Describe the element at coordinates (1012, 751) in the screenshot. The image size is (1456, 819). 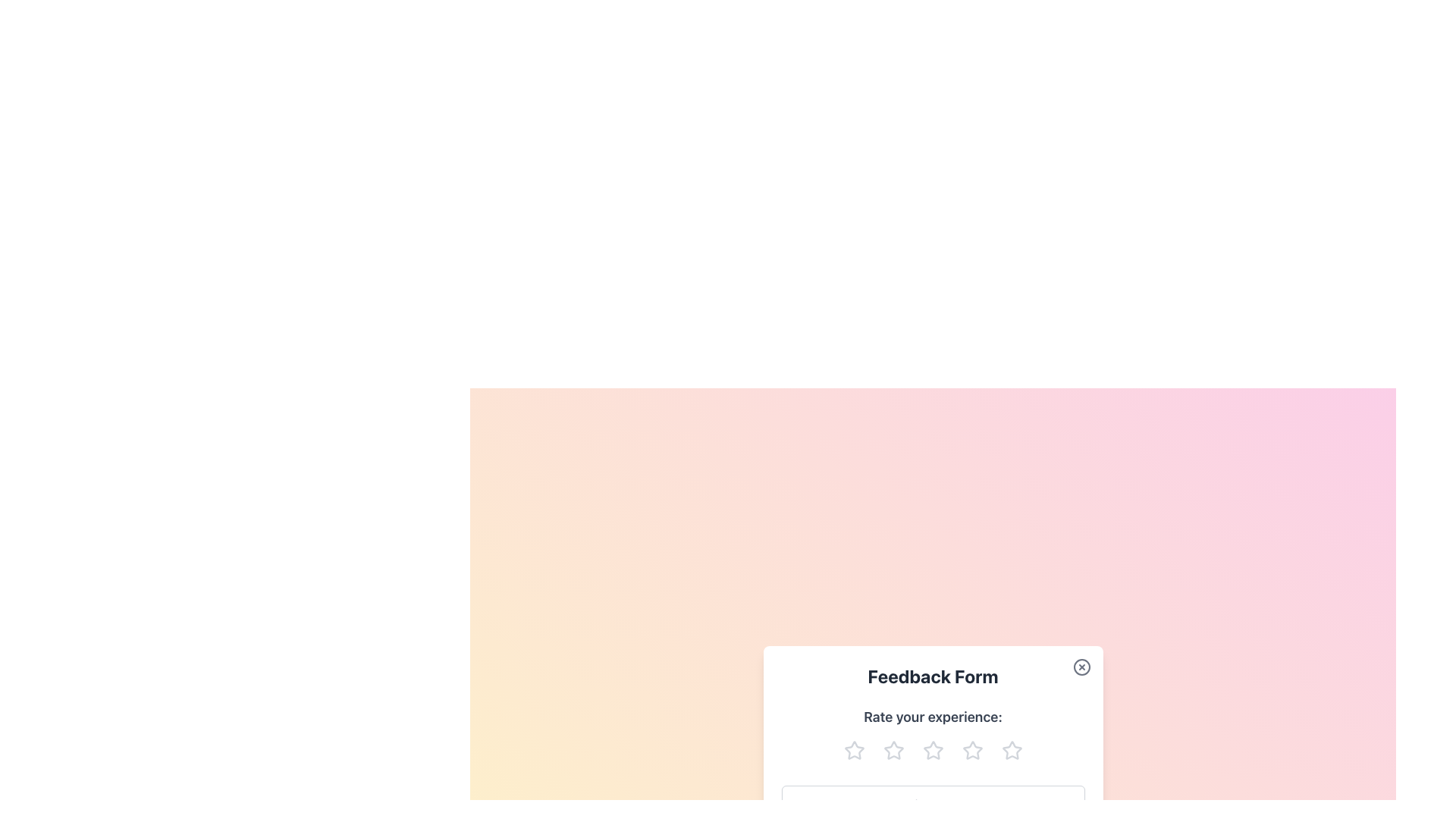
I see `the fifth star icon in the horizontal row under the heading 'Rate your experience:'` at that location.